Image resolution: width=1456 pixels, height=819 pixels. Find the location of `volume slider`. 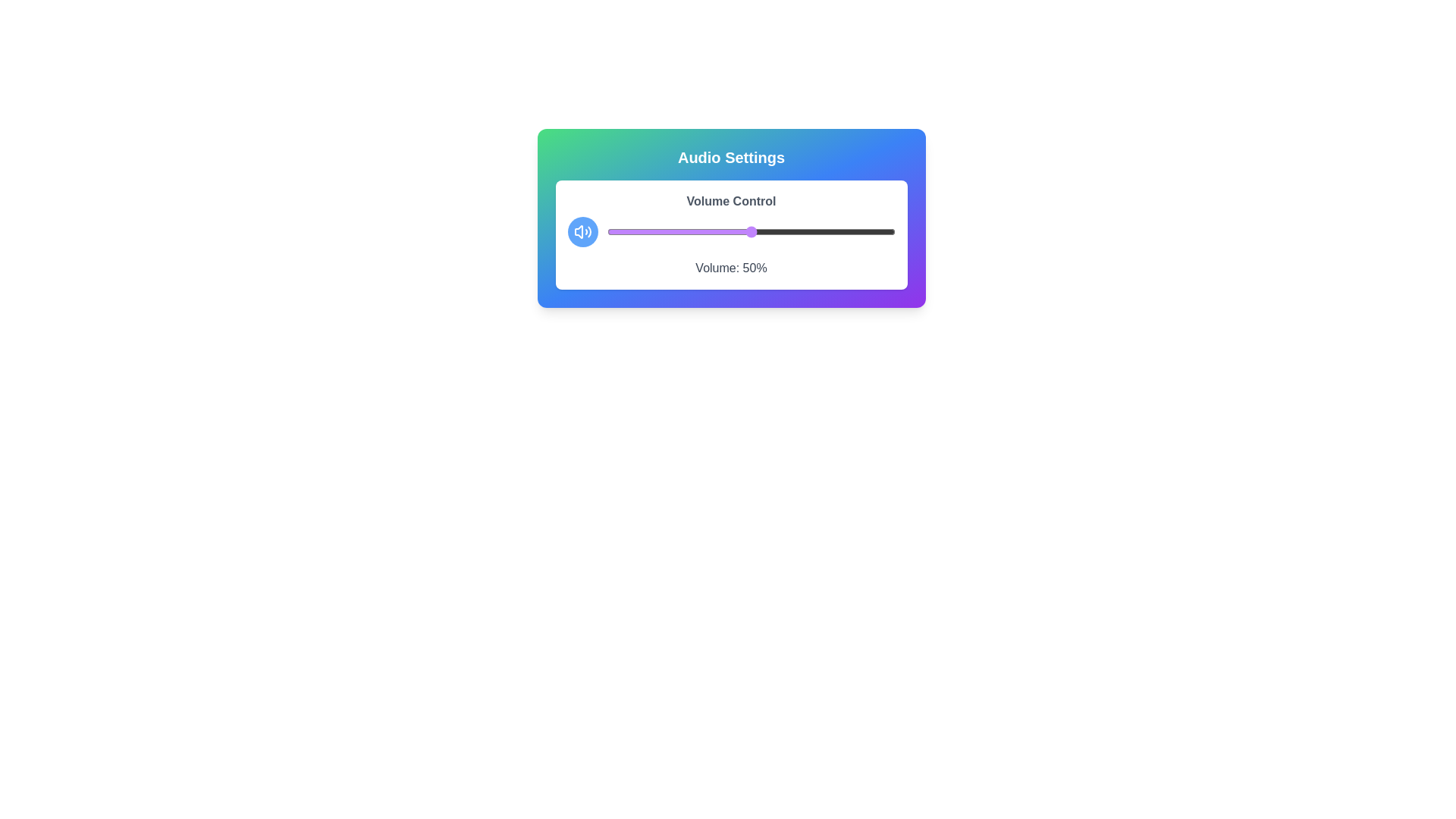

volume slider is located at coordinates (845, 231).